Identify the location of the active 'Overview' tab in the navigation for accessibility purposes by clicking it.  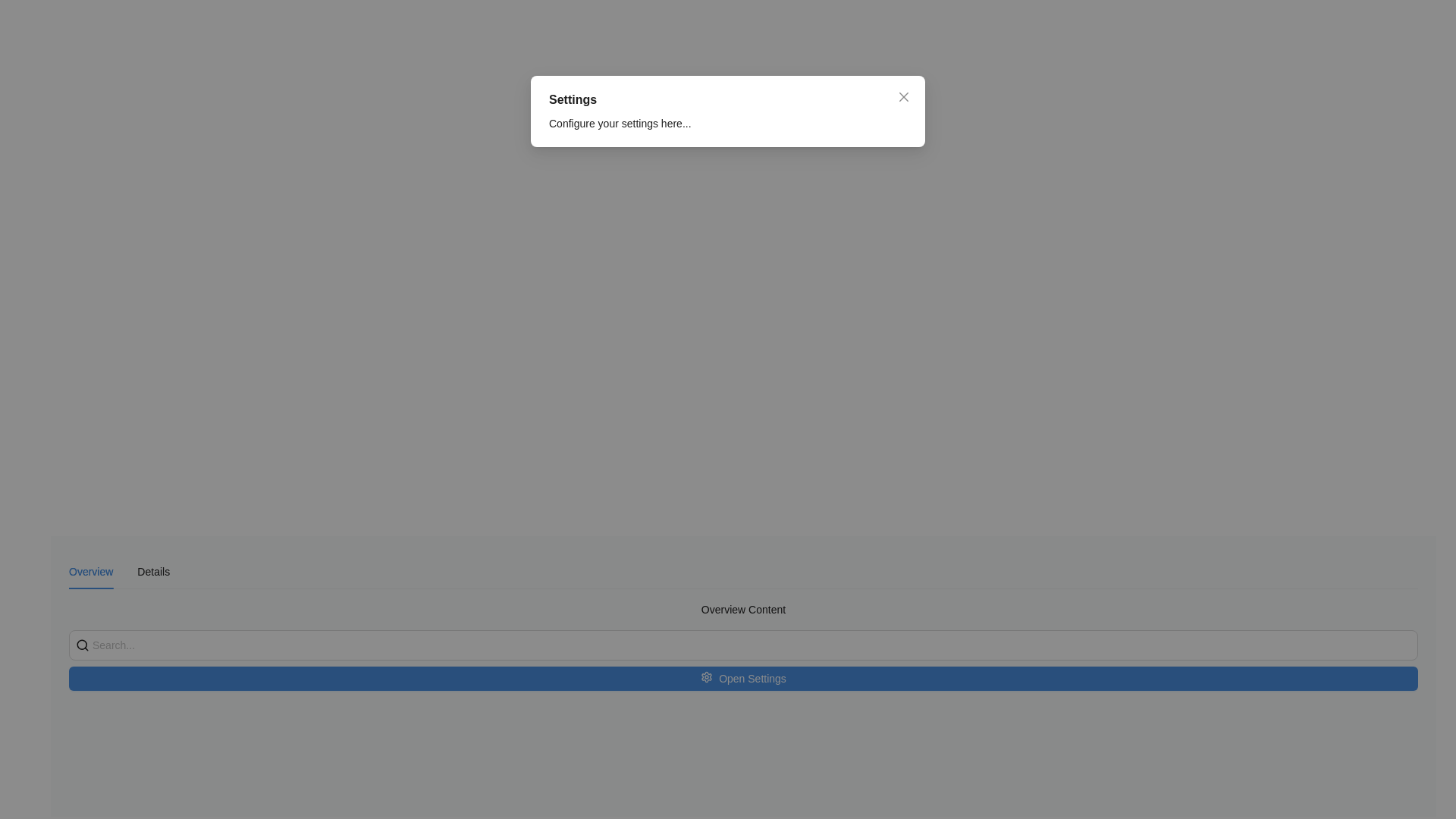
(90, 571).